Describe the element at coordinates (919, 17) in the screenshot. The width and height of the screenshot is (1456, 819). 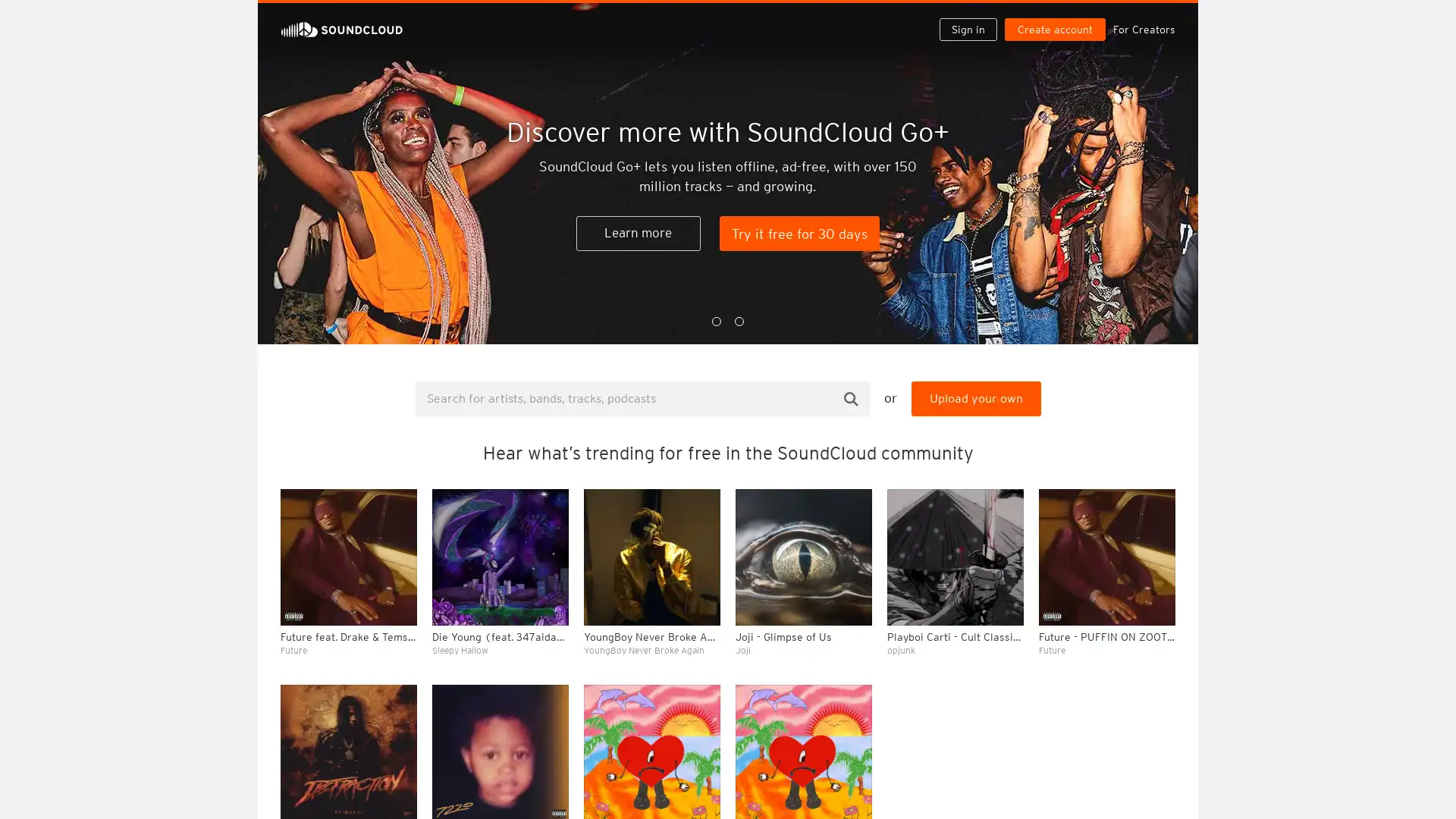
I see `Search` at that location.